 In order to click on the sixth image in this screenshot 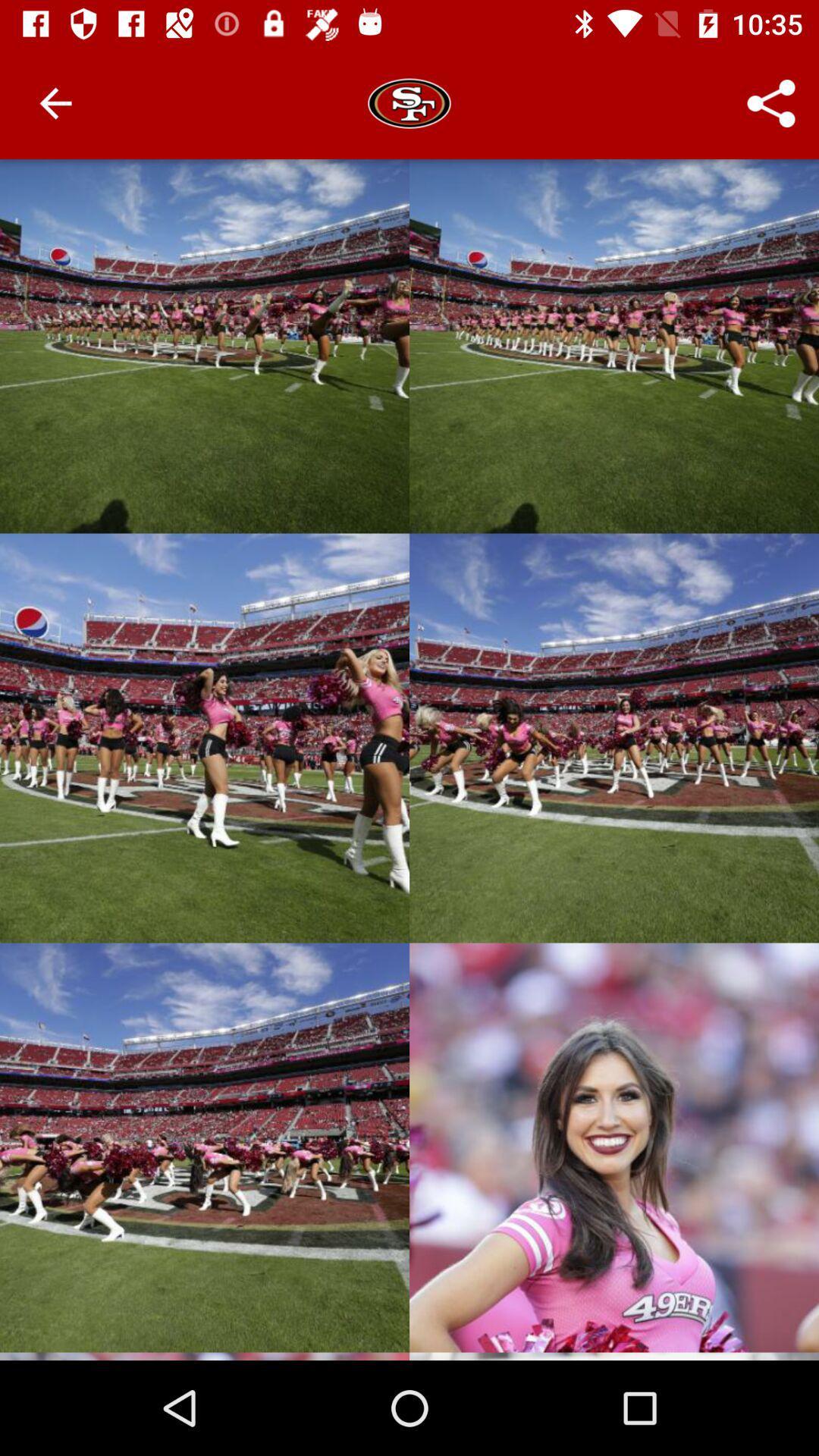, I will do `click(614, 1147)`.